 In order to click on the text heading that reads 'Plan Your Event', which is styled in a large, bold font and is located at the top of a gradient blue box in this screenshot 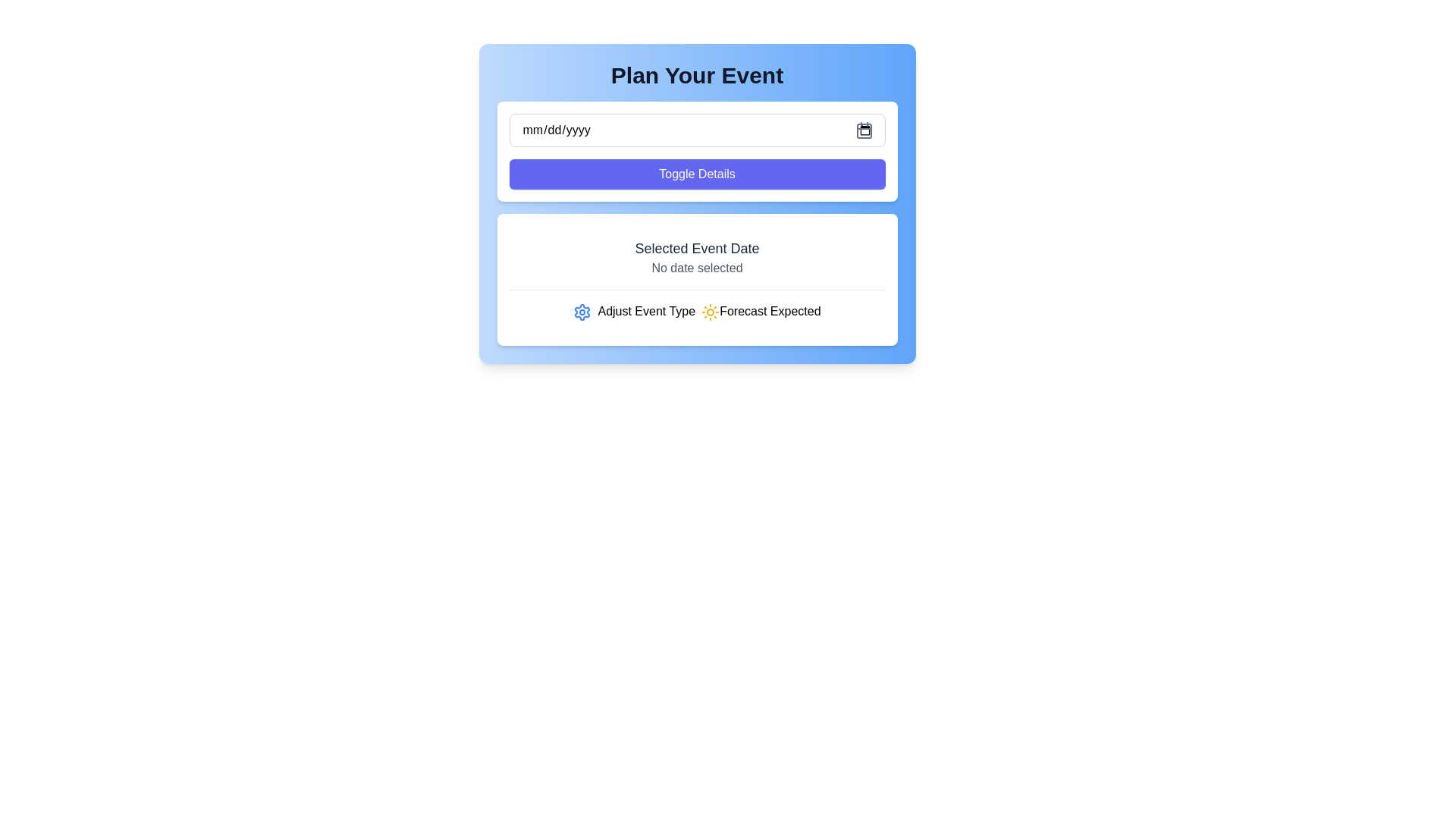, I will do `click(696, 76)`.